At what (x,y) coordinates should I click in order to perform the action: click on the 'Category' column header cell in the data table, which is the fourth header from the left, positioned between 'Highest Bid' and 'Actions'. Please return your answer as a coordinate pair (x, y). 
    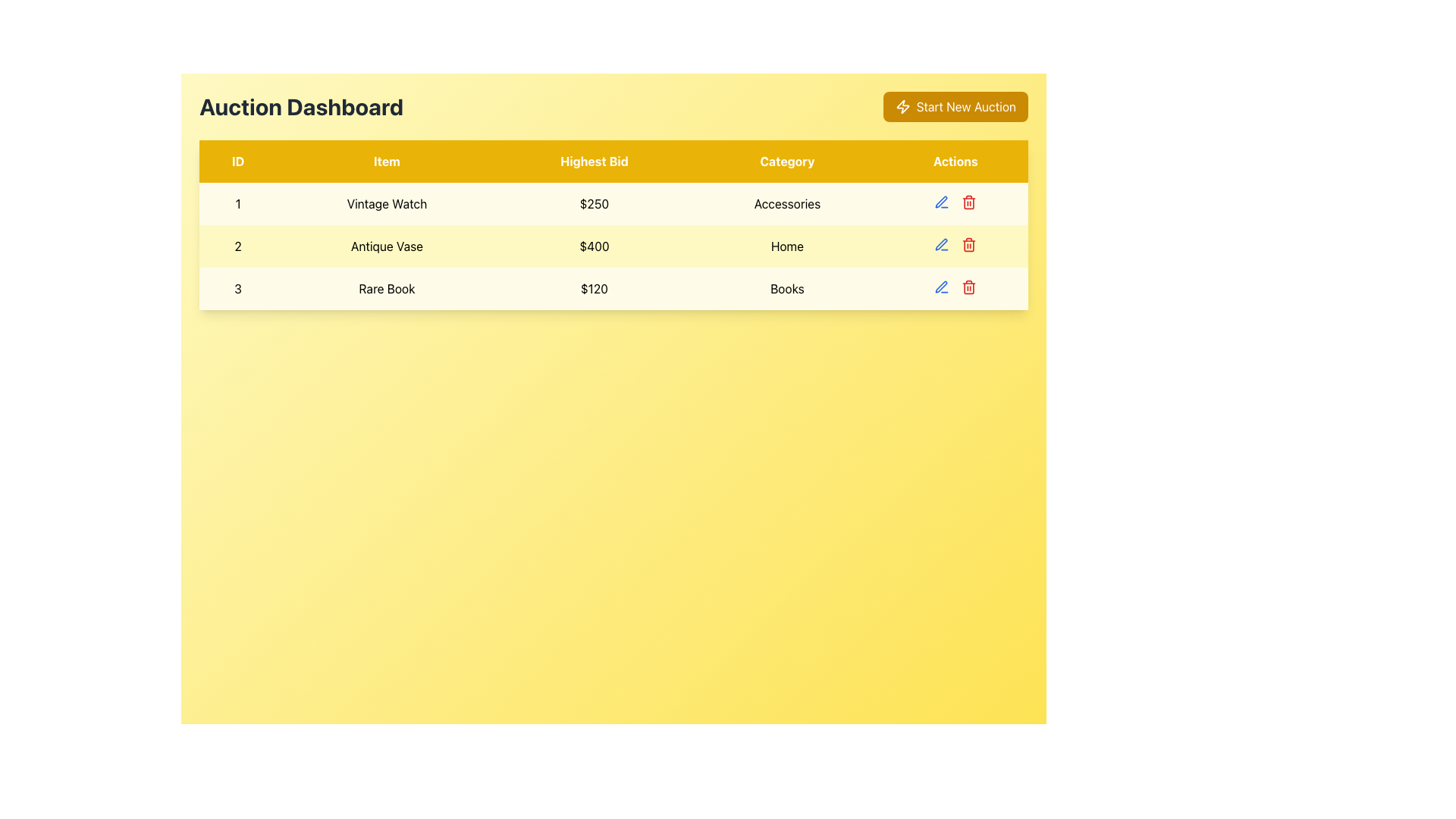
    Looking at the image, I should click on (787, 161).